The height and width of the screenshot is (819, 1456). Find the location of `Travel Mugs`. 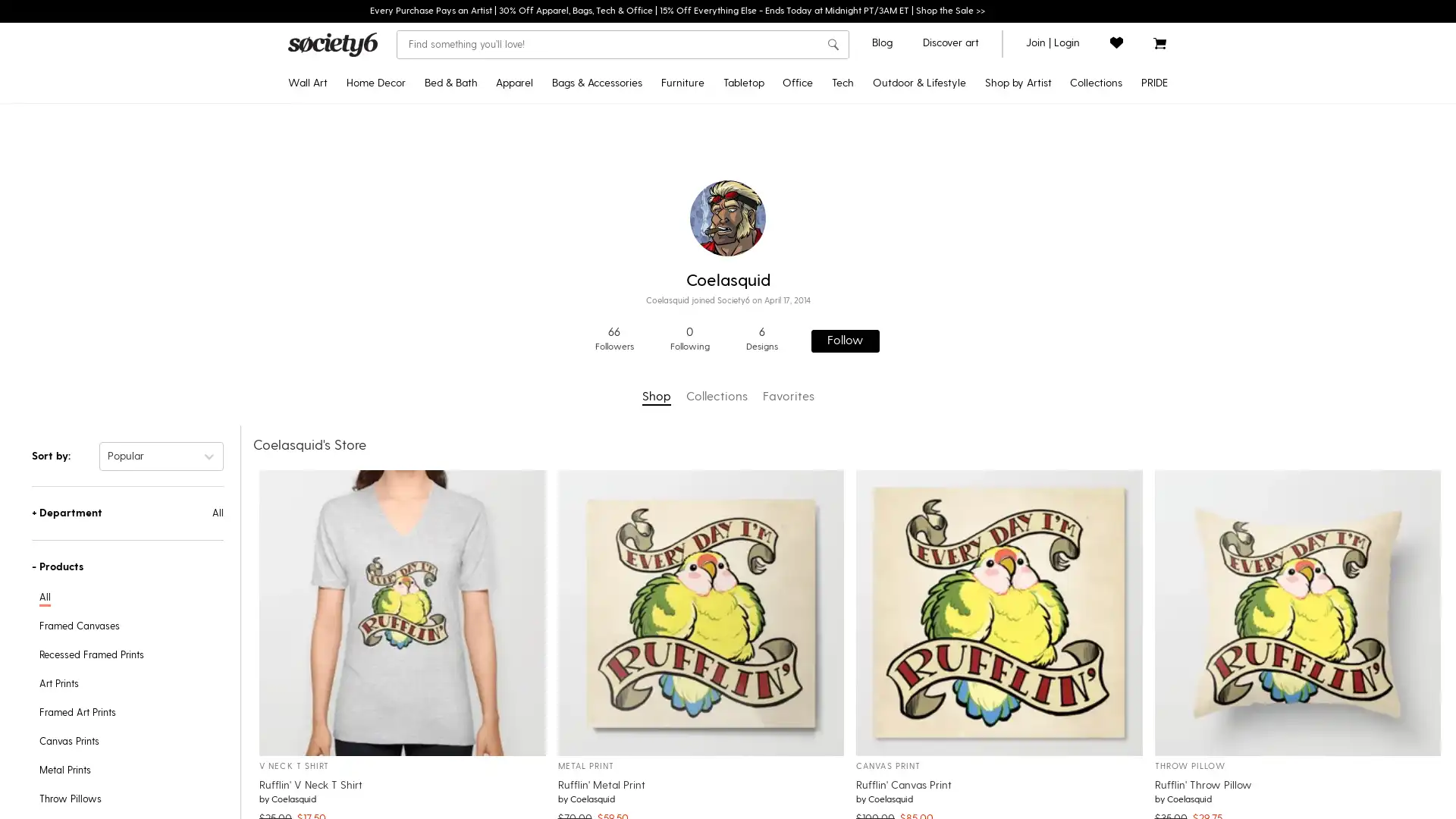

Travel Mugs is located at coordinates (939, 219).